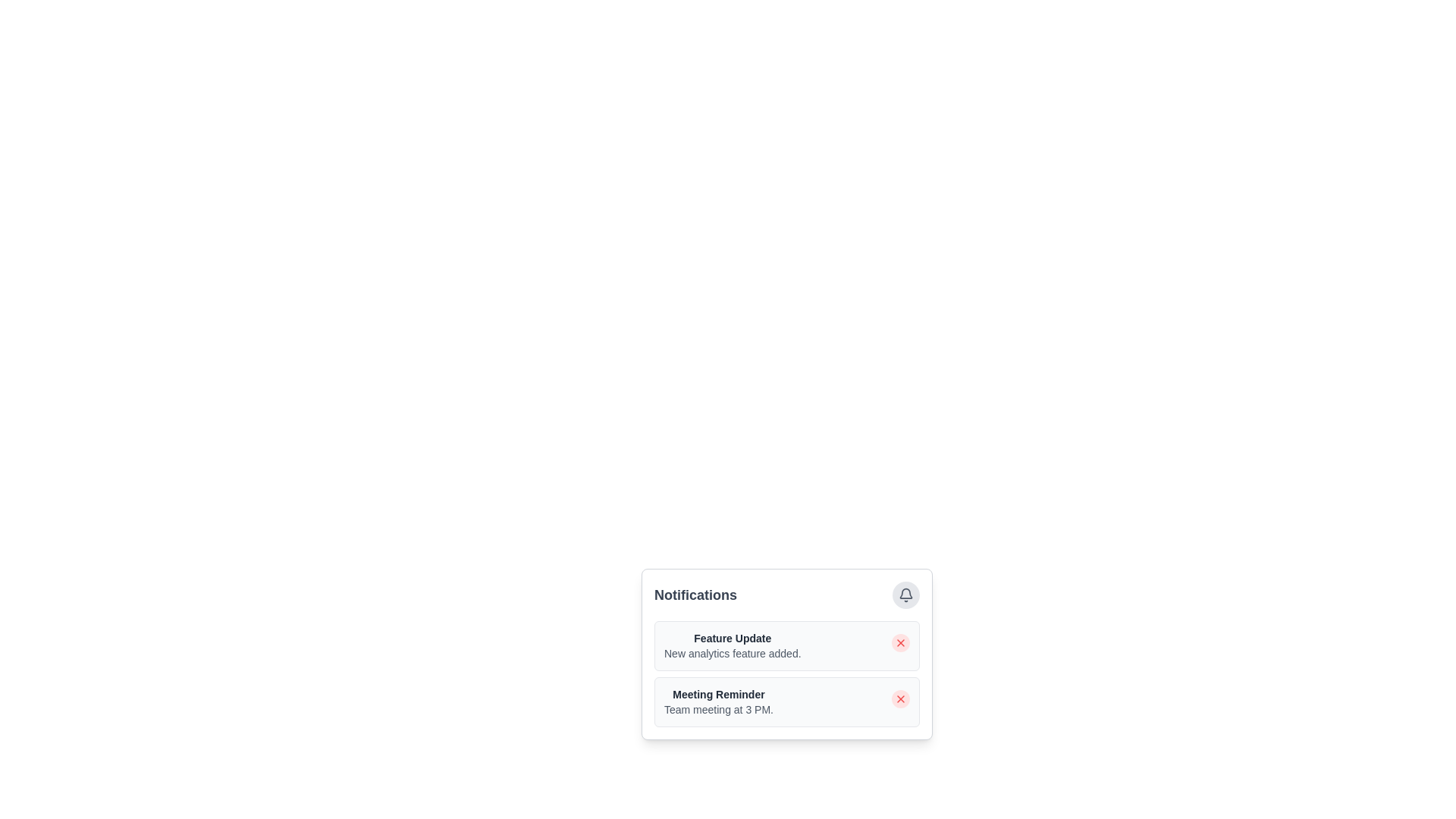 Image resolution: width=1456 pixels, height=819 pixels. I want to click on the 'Notifications' text label element, which is displayed in bold and large gray font as part of the notification panel header, so click(695, 595).